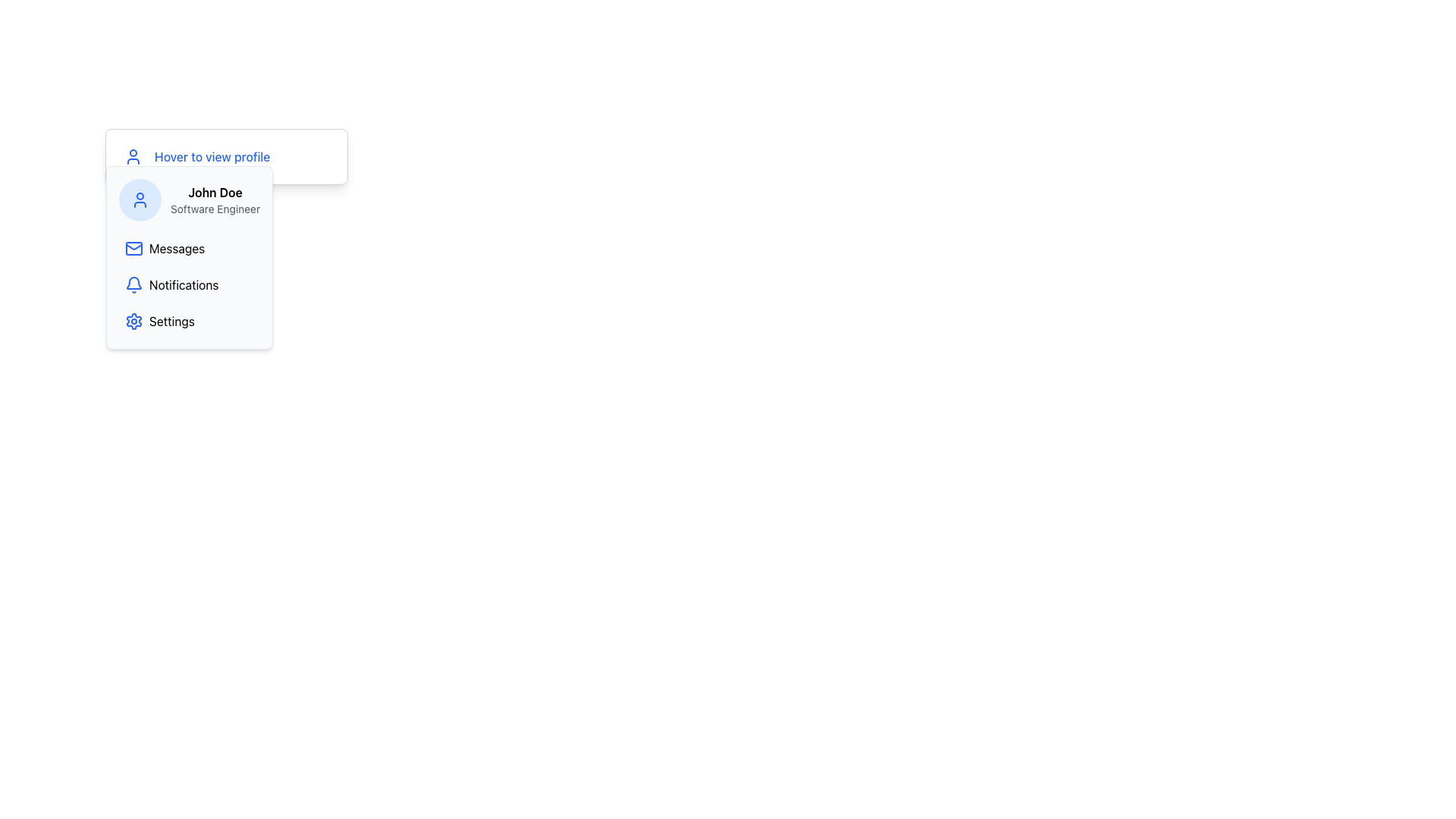 The image size is (1456, 819). Describe the element at coordinates (134, 321) in the screenshot. I see `the settings icon located in the popover menu, positioned to the left of the 'Settings' label text` at that location.